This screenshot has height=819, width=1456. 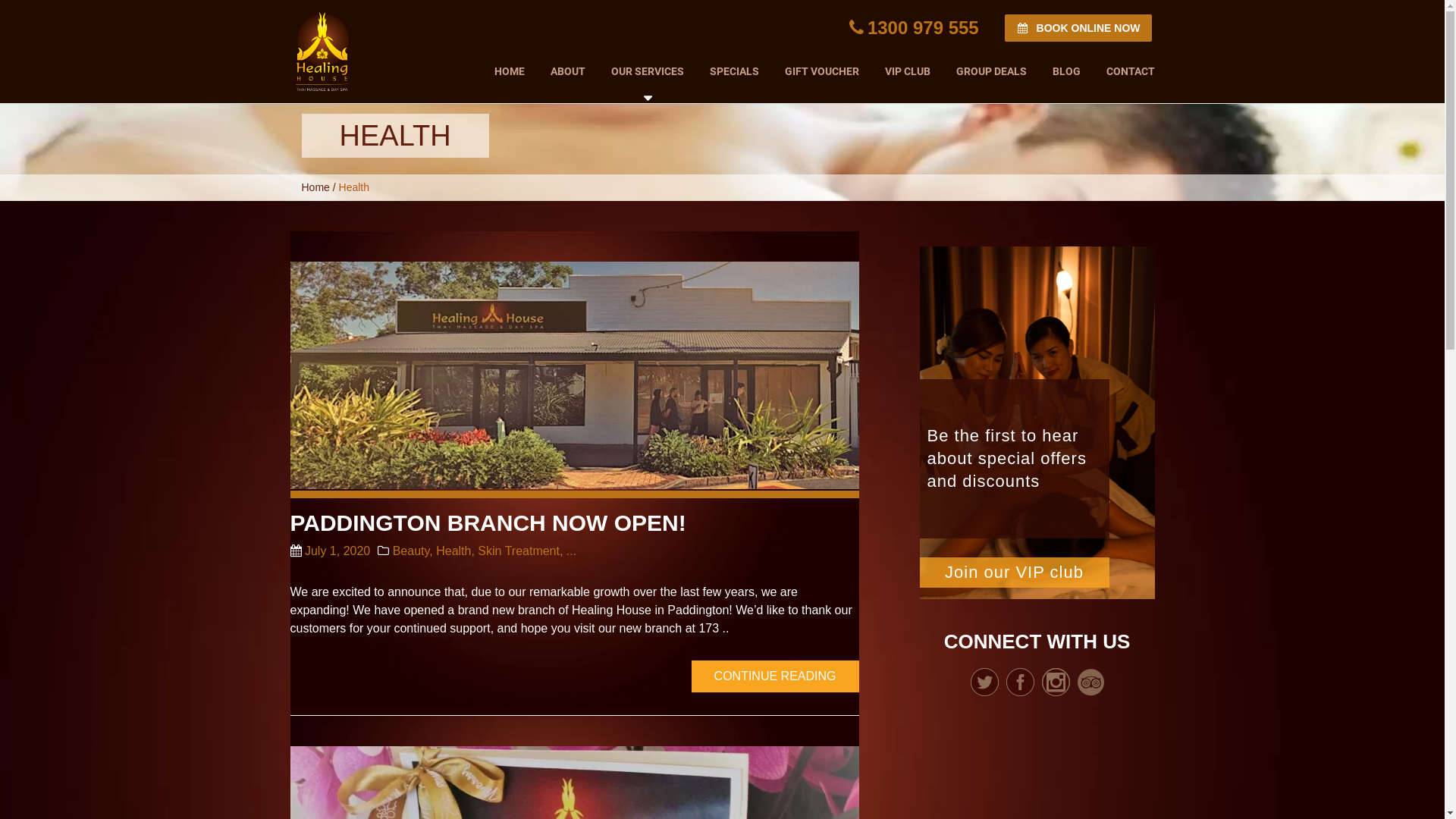 What do you see at coordinates (509, 67) in the screenshot?
I see `'HOME'` at bounding box center [509, 67].